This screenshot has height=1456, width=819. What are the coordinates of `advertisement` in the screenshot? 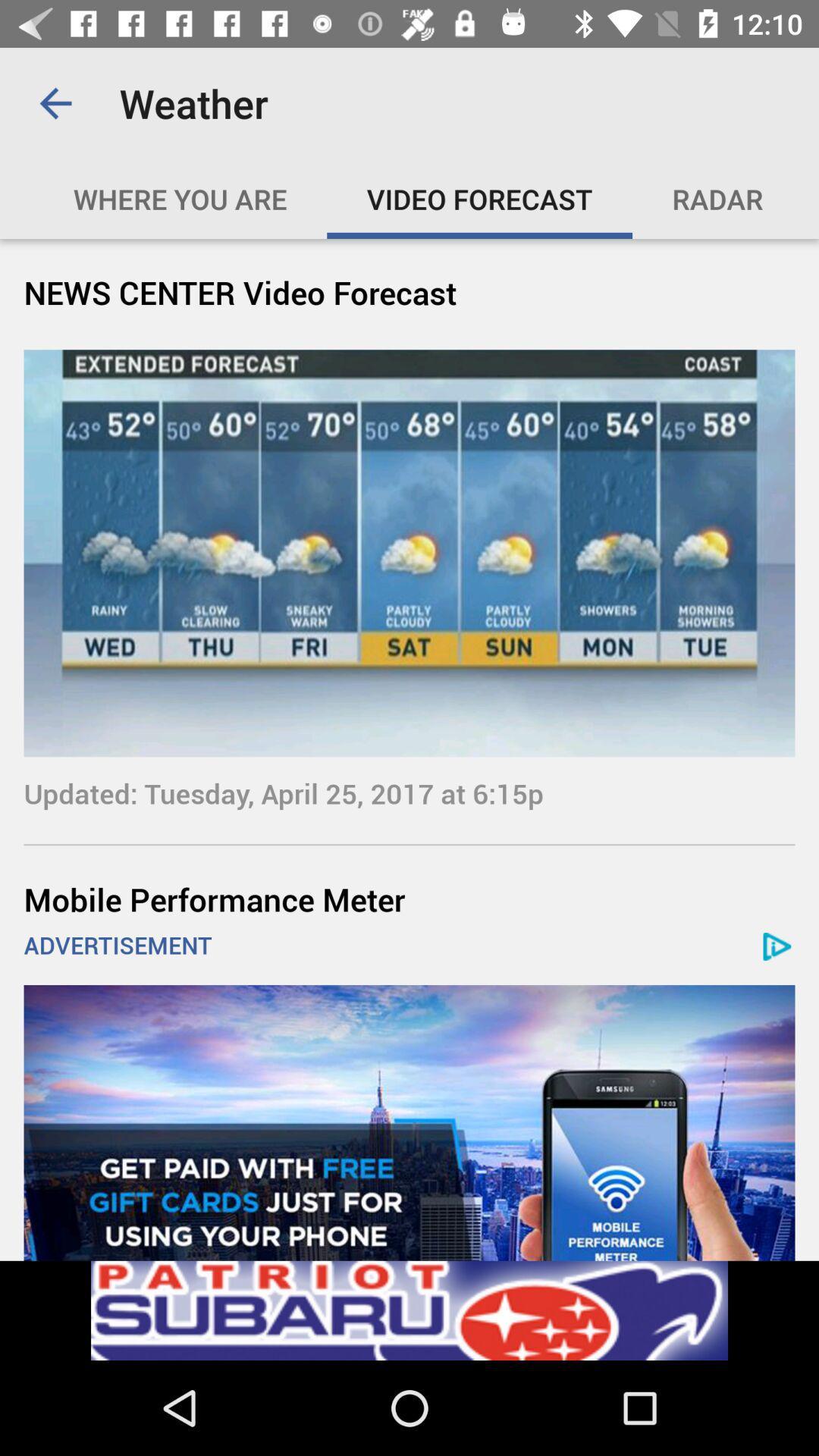 It's located at (409, 1310).